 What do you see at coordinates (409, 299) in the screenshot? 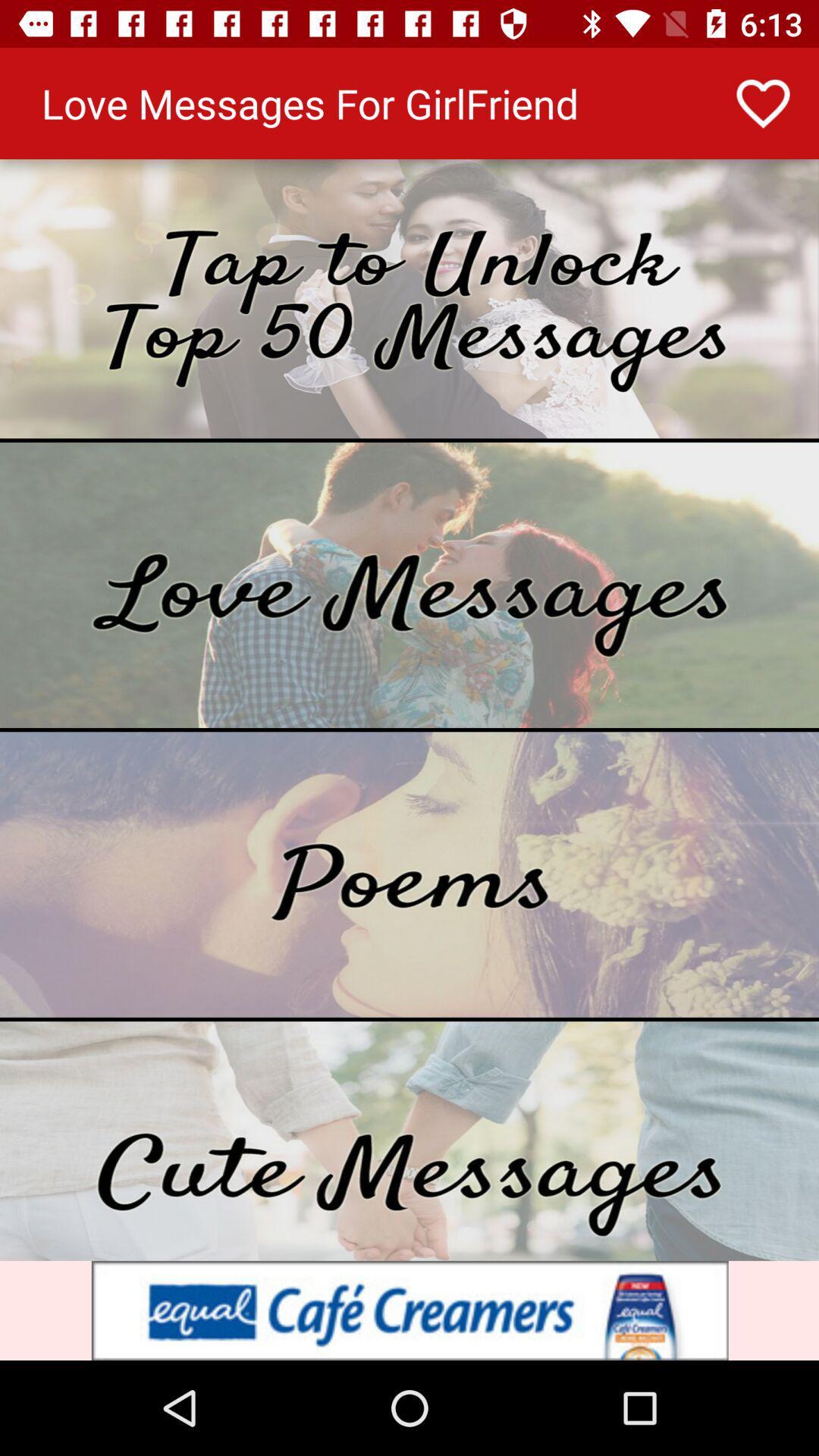
I see `tap unlock top 50 messages button` at bounding box center [409, 299].